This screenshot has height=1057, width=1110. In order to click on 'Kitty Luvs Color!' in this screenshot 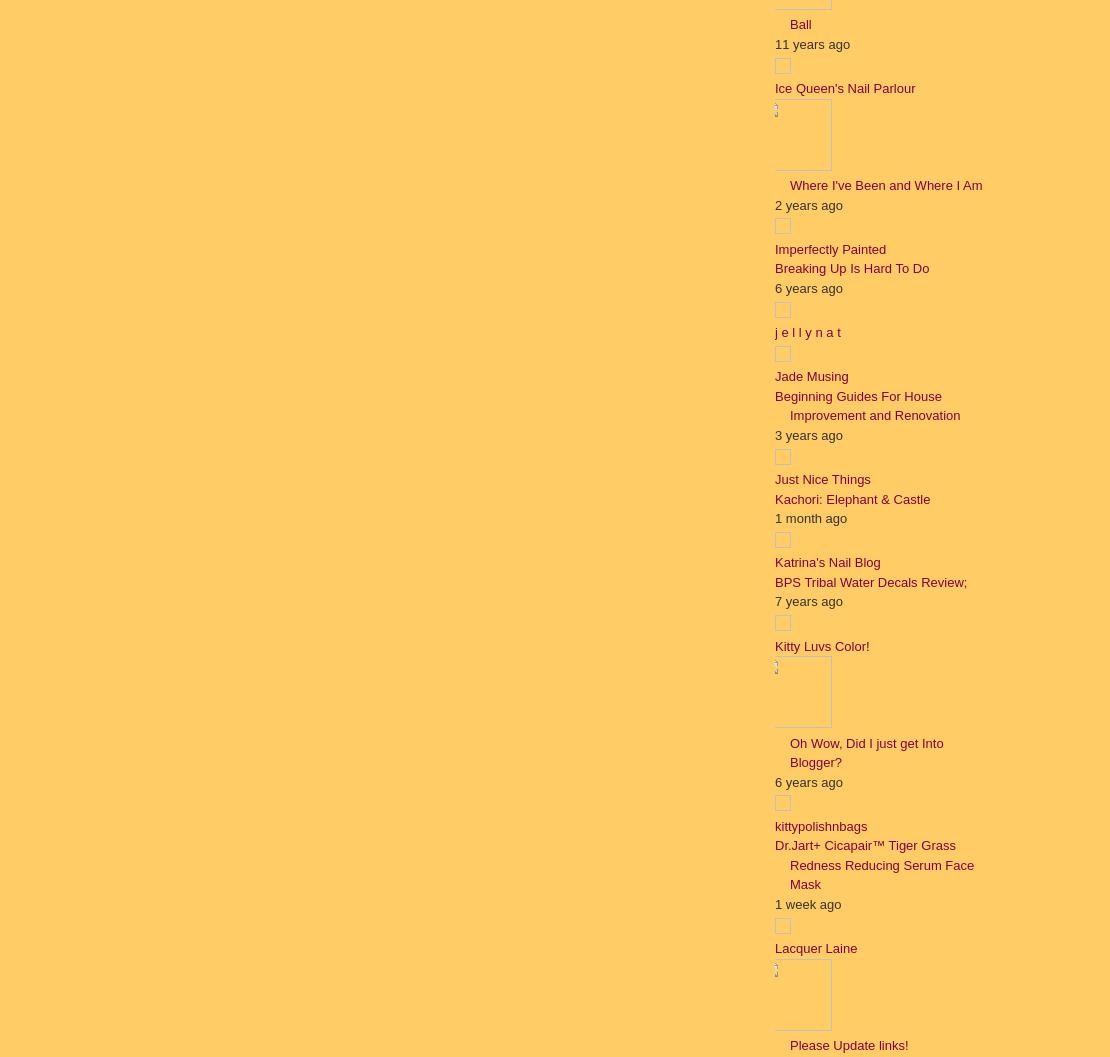, I will do `click(821, 645)`.